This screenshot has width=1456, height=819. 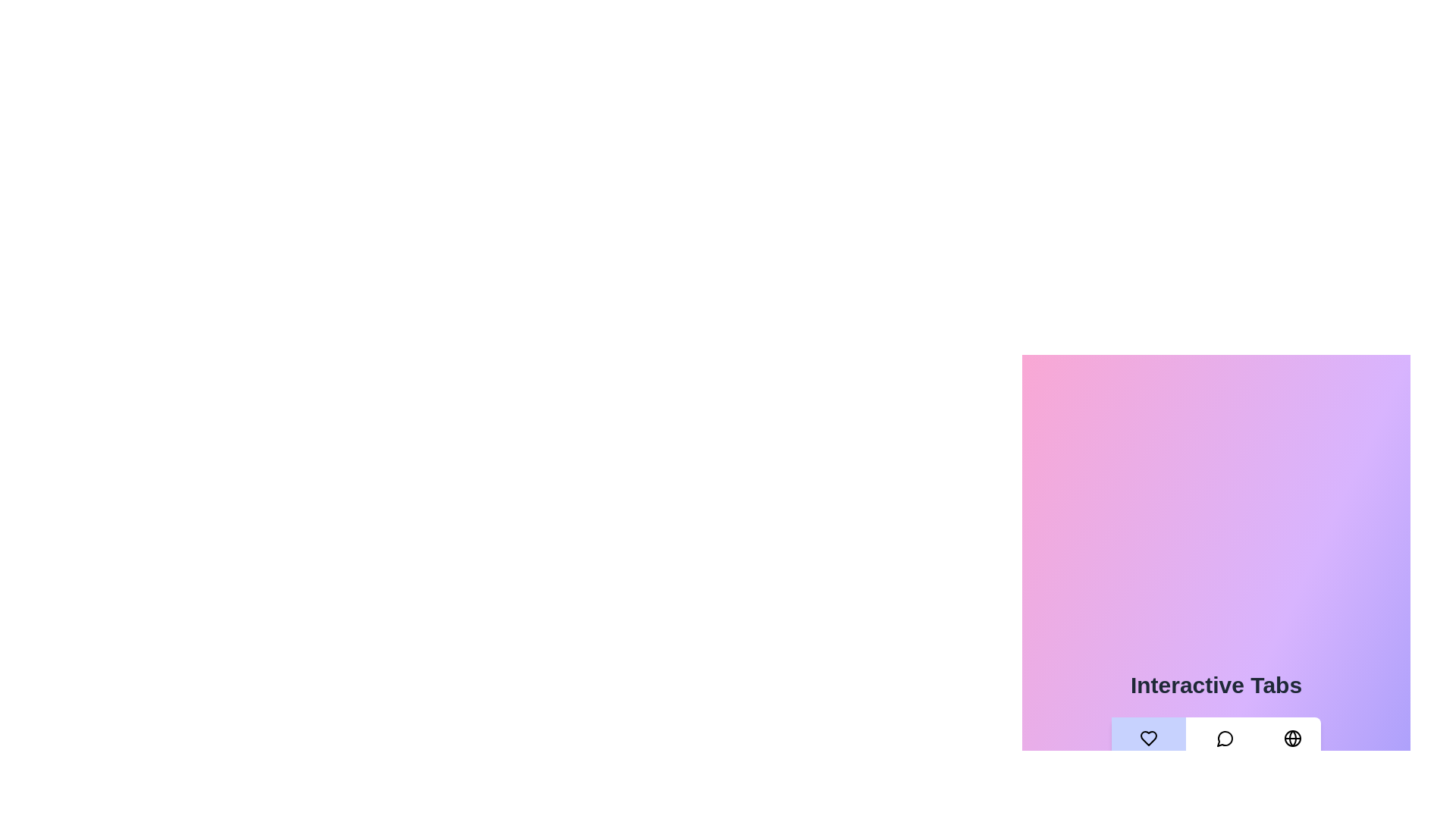 What do you see at coordinates (1225, 738) in the screenshot?
I see `the icon of the Messages tab to activate it` at bounding box center [1225, 738].